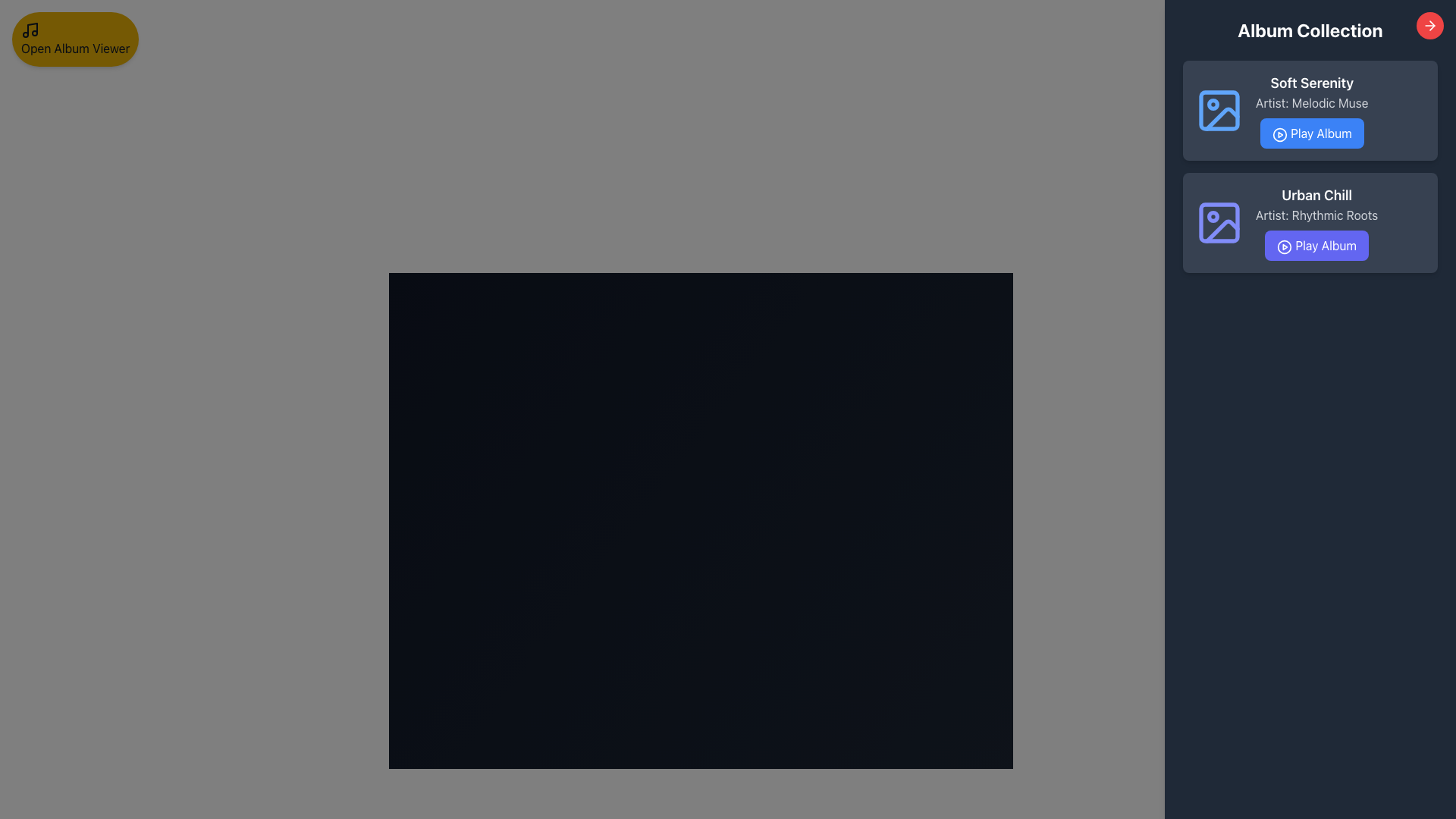 Image resolution: width=1456 pixels, height=819 pixels. Describe the element at coordinates (1316, 215) in the screenshot. I see `the Text Label displaying the artist associated with the album 'Urban Chill', located in the second album card on the right pane, positioned below the 'Urban Chill' title and above the 'Play Album' button` at that location.